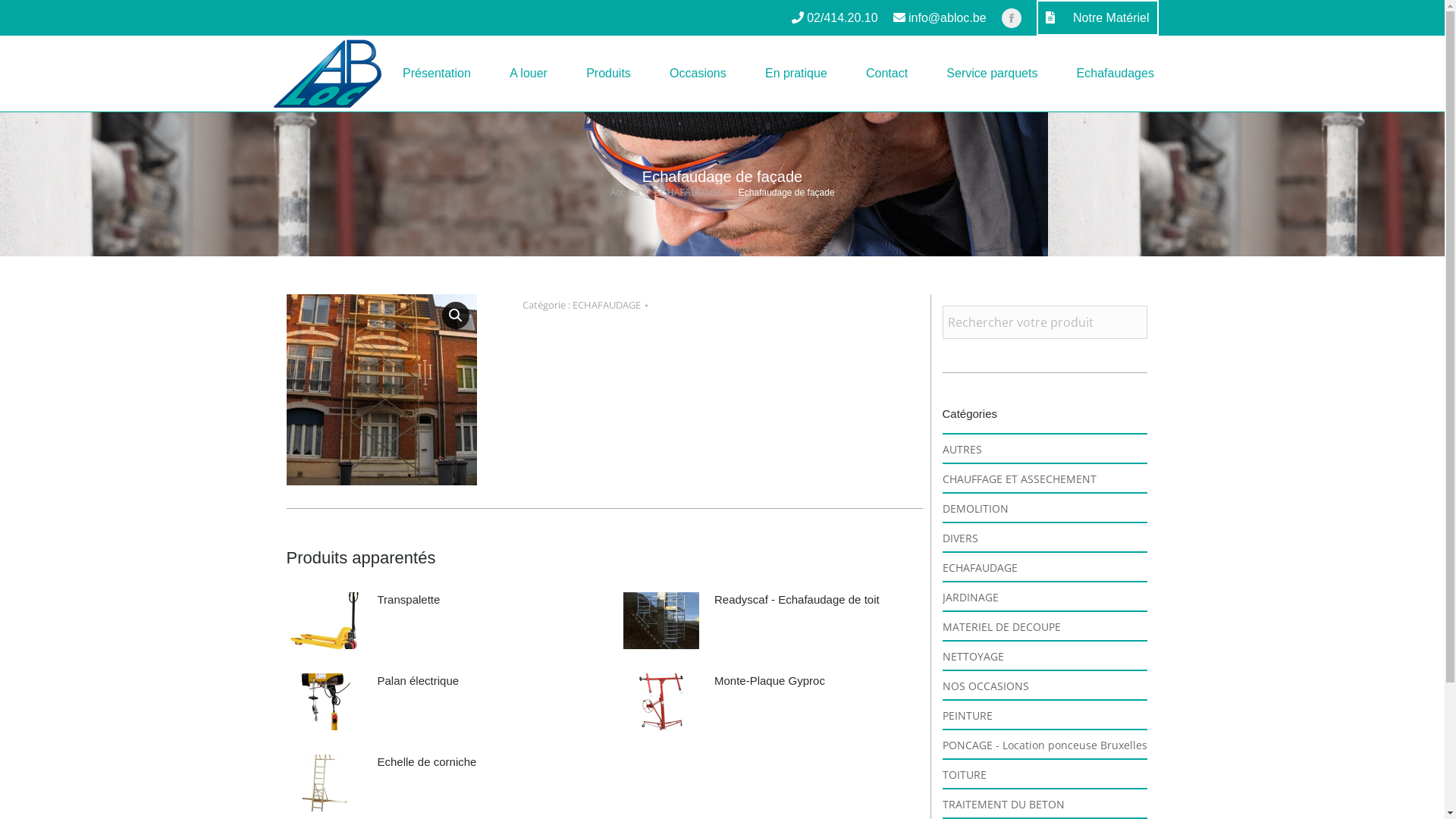 The image size is (1456, 819). Describe the element at coordinates (941, 537) in the screenshot. I see `'DIVERS'` at that location.